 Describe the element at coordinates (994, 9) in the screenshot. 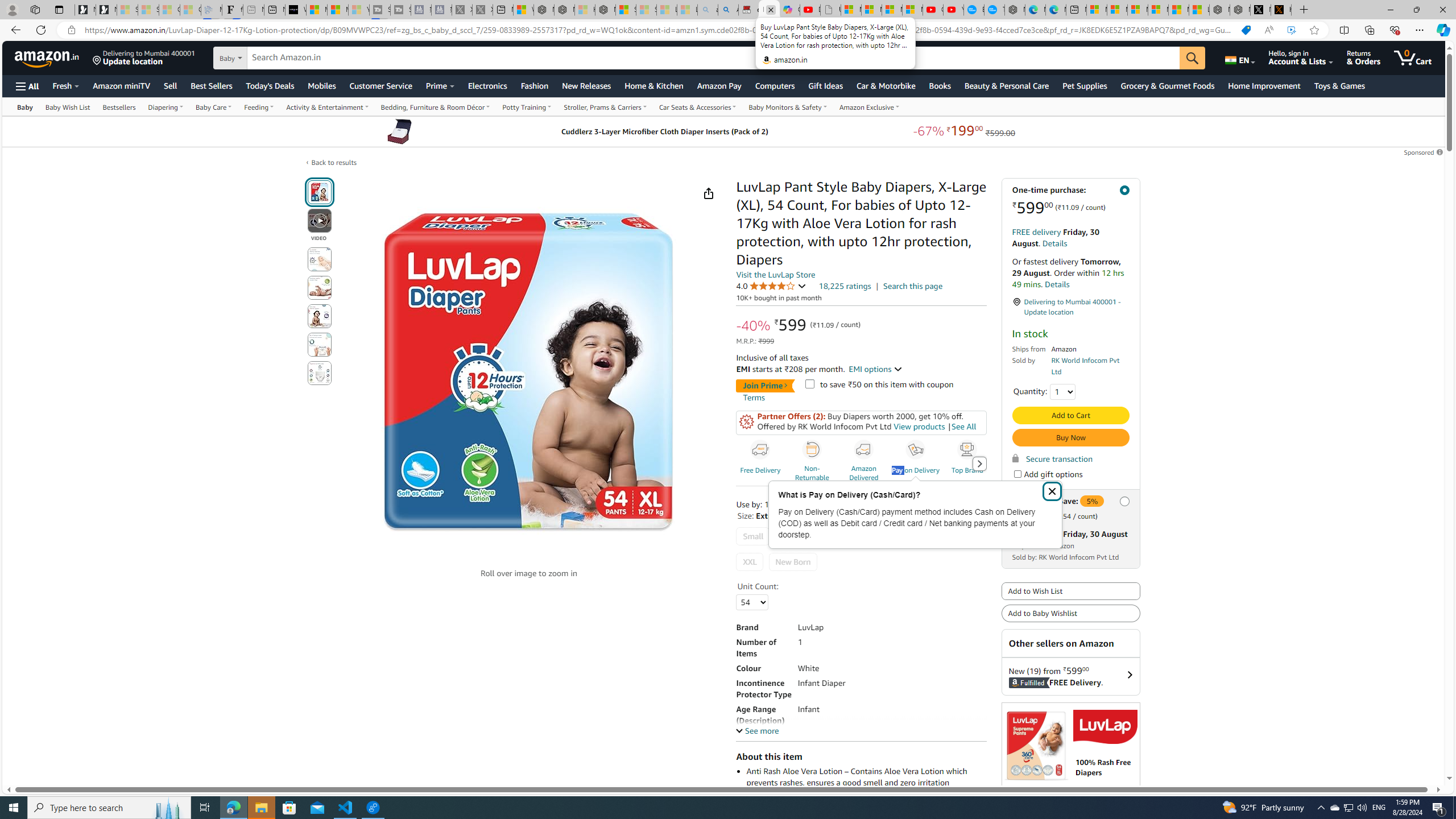

I see `'The most popular Google '` at that location.